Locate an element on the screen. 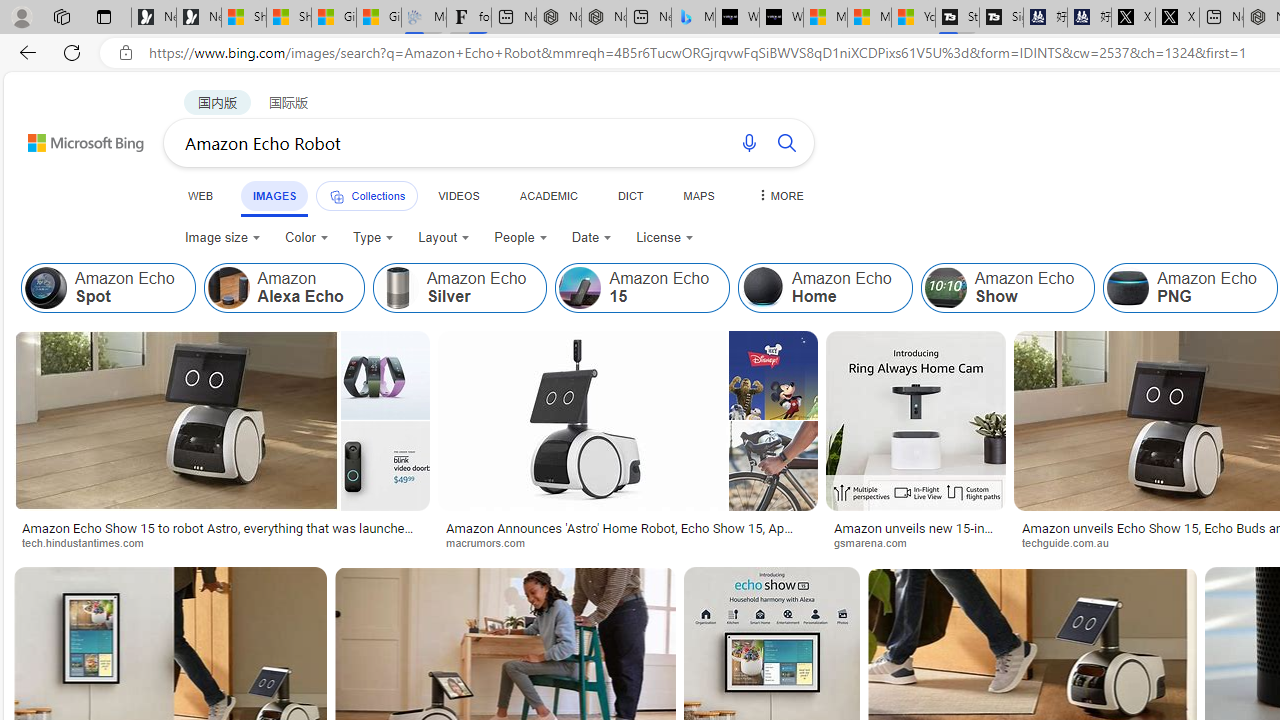  'Microsoft Bing Travel - Shangri-La Hotel Bangkok' is located at coordinates (693, 17).